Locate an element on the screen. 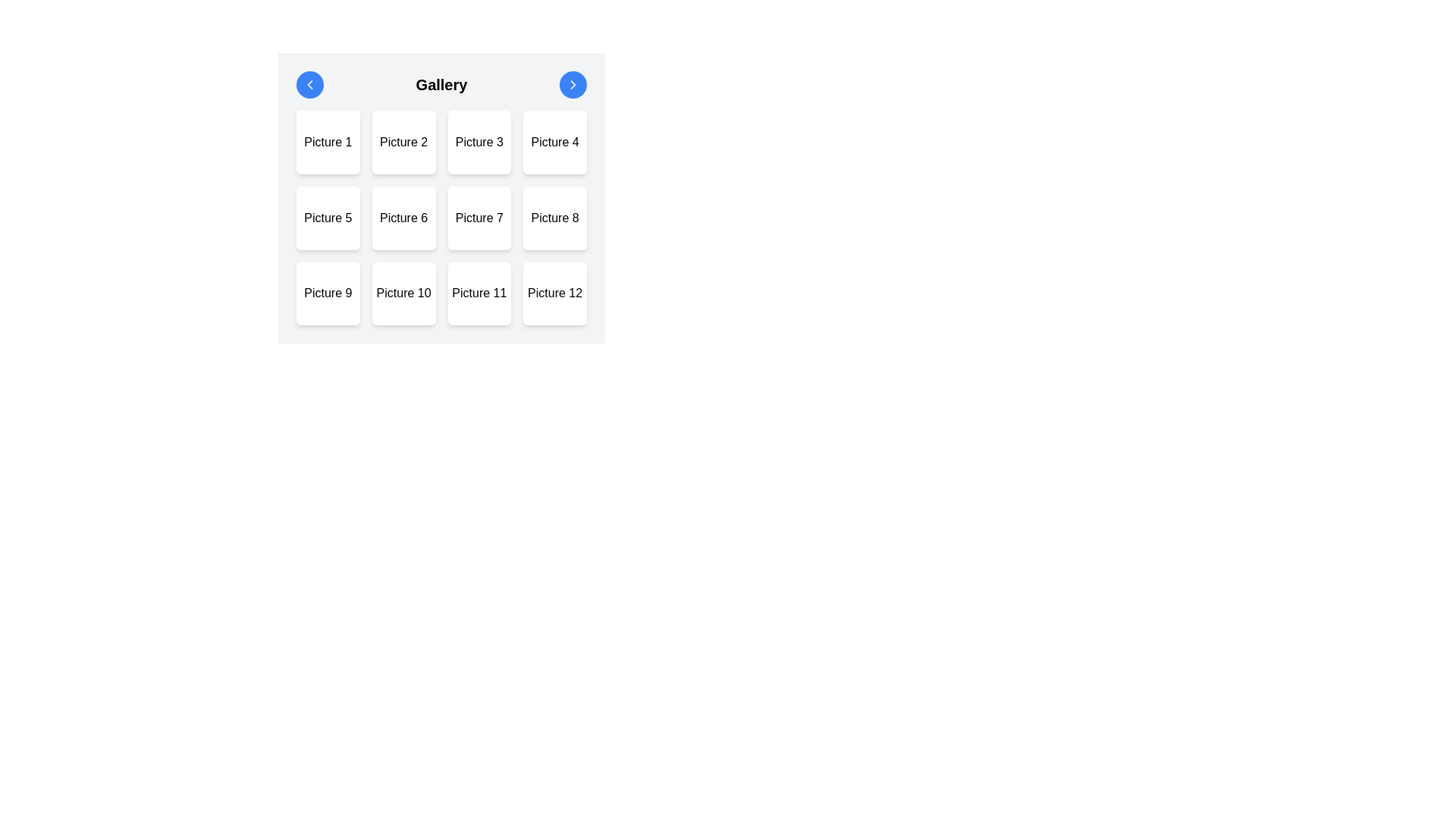 The height and width of the screenshot is (819, 1456). the clickable grid item representing 'Picture 6' located in the central grid, second row and second column of a 4x3 layout is located at coordinates (441, 218).